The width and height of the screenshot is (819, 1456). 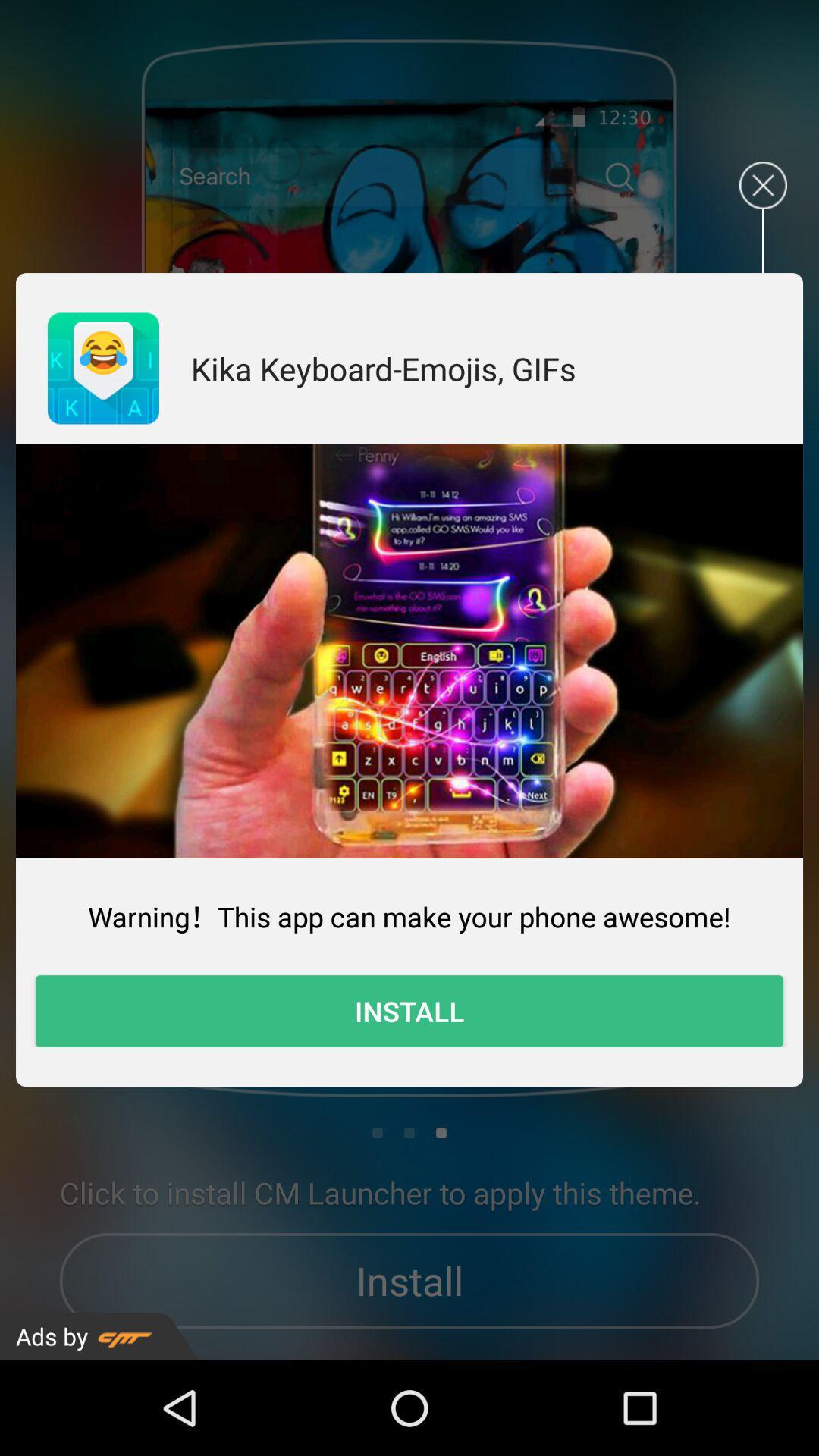 What do you see at coordinates (409, 1011) in the screenshot?
I see `the item below the warning this app item` at bounding box center [409, 1011].